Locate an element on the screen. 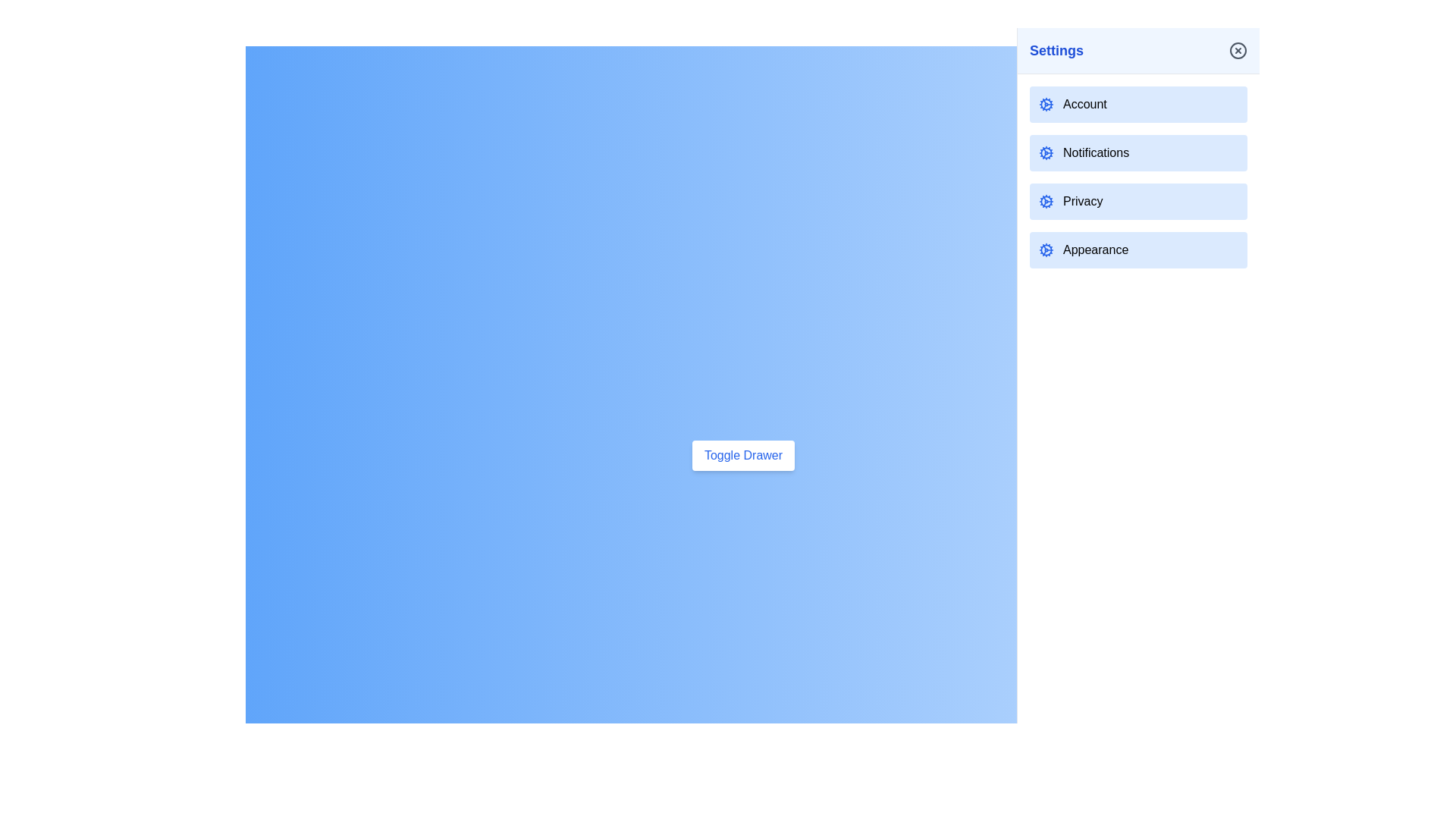  the Privacy setting in the drawer is located at coordinates (1138, 201).